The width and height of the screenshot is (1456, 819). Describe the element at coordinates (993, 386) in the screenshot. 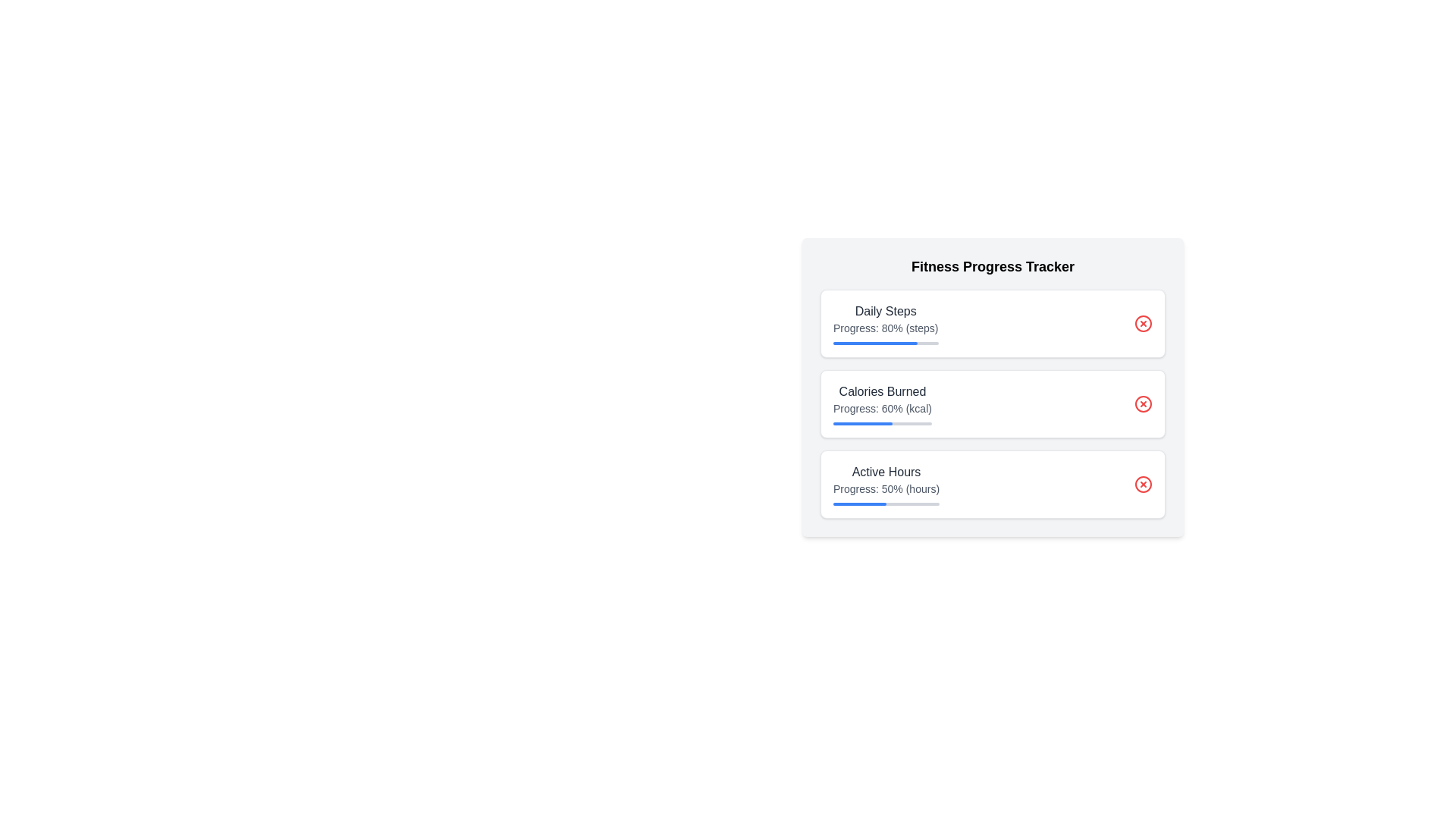

I see `the progress details by clicking on the 'Calories Burned' card in the Fitness Progress Tracker that displays a progress of 60%` at that location.